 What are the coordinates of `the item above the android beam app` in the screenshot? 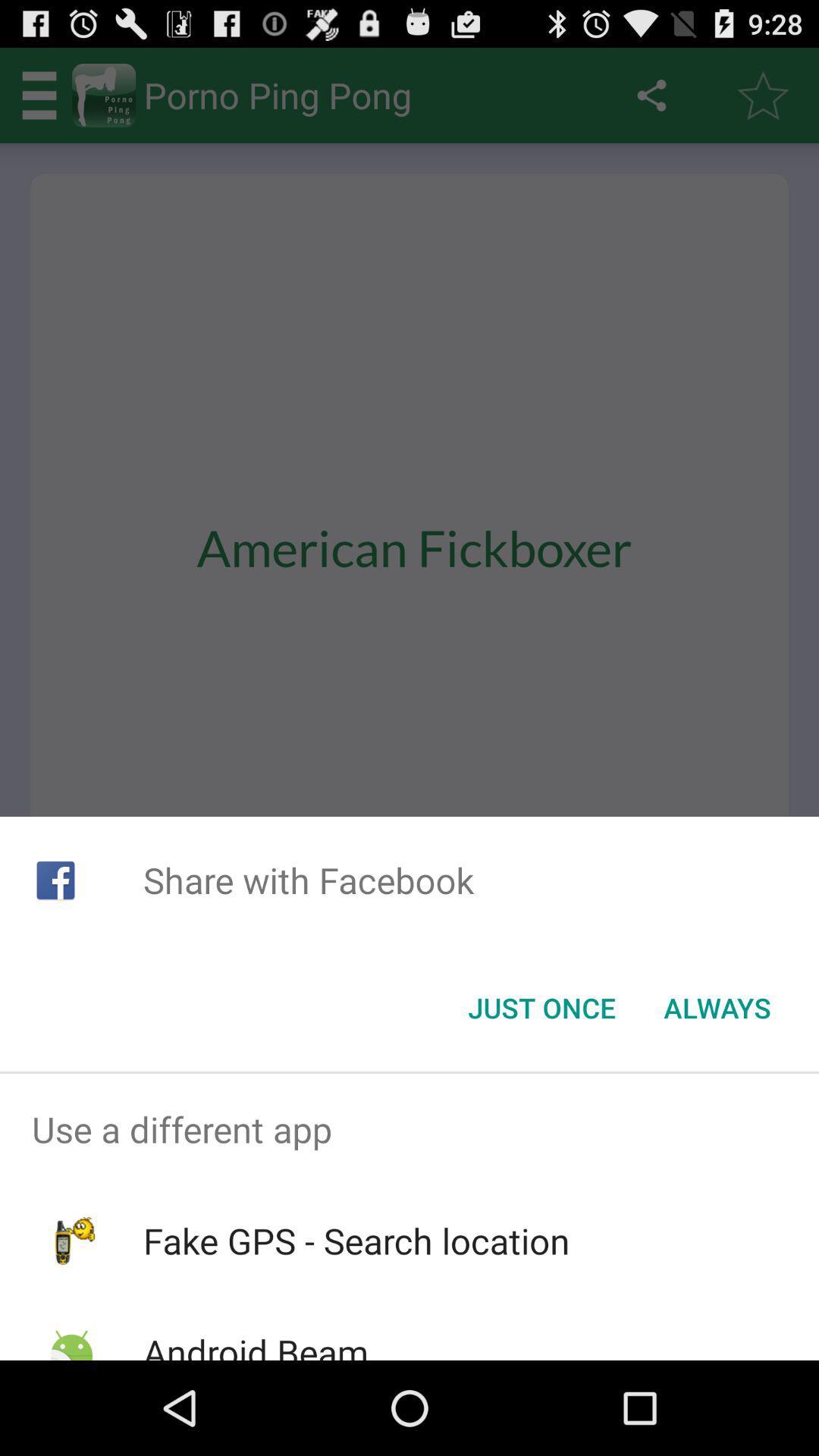 It's located at (356, 1241).